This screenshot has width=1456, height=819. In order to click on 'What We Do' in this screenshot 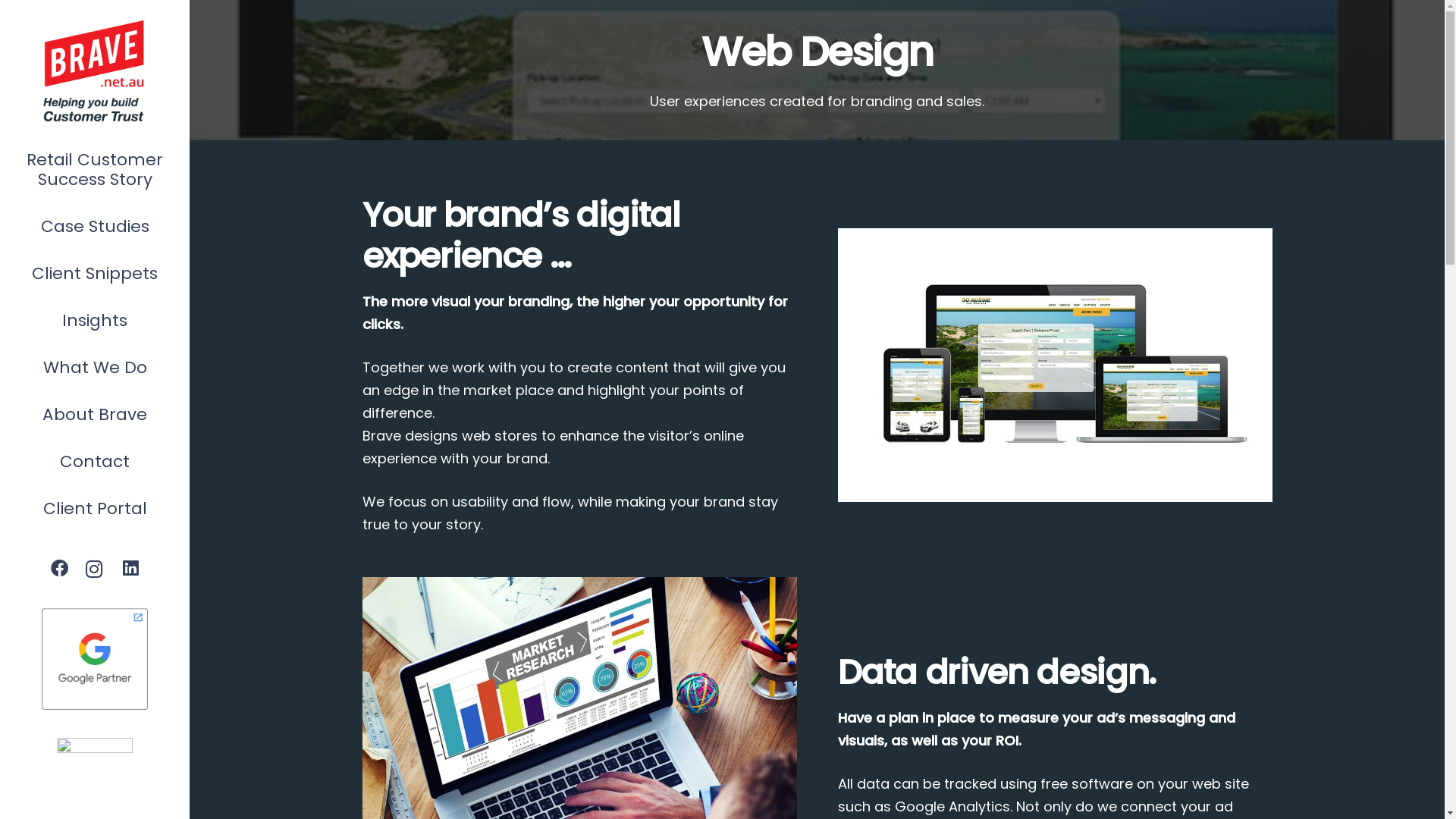, I will do `click(93, 368)`.